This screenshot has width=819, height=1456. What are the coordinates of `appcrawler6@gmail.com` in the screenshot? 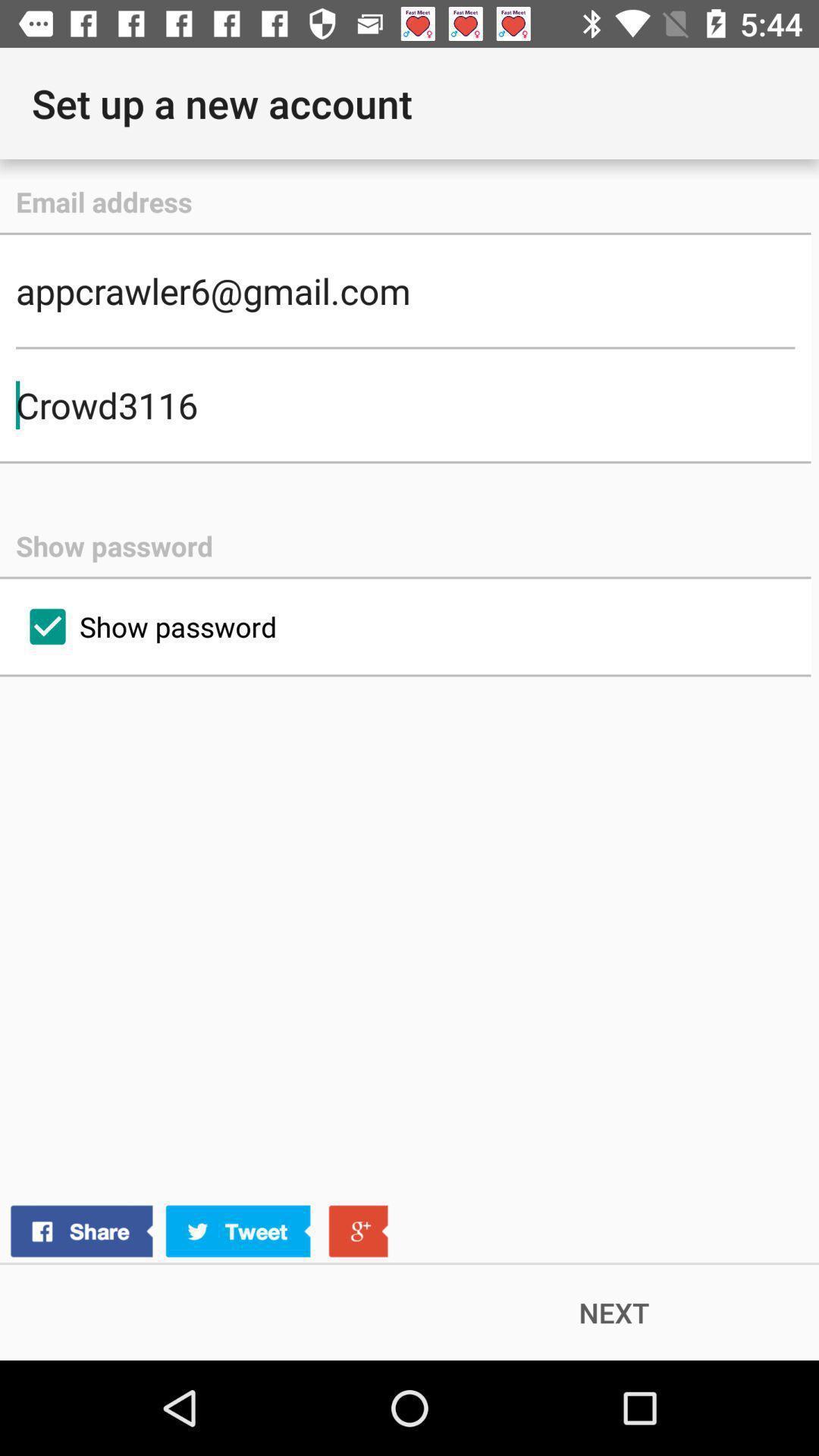 It's located at (404, 290).